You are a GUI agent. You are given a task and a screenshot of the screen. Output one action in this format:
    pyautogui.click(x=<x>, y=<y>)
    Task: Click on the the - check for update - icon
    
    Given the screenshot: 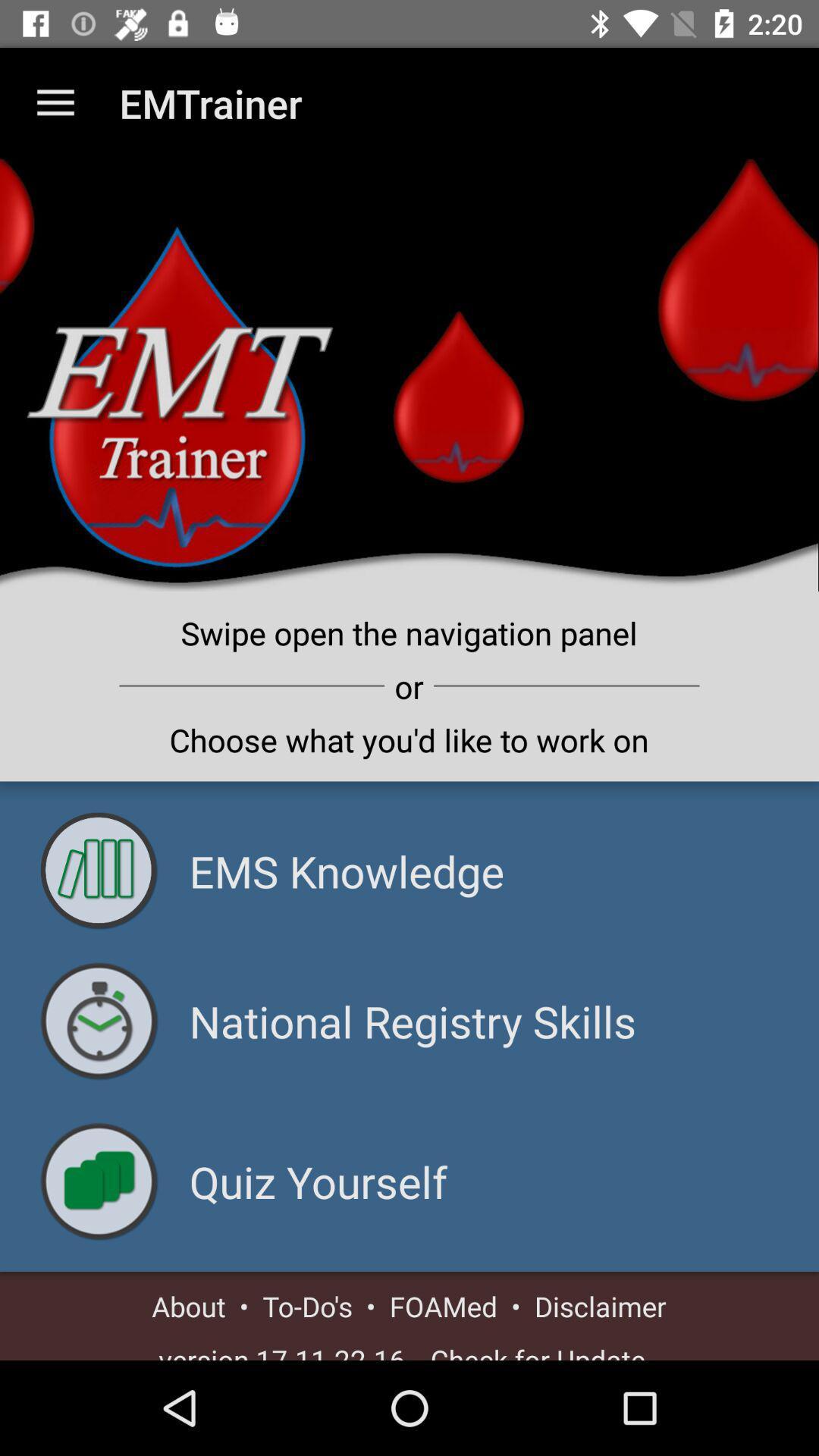 What is the action you would take?
    pyautogui.click(x=537, y=1351)
    